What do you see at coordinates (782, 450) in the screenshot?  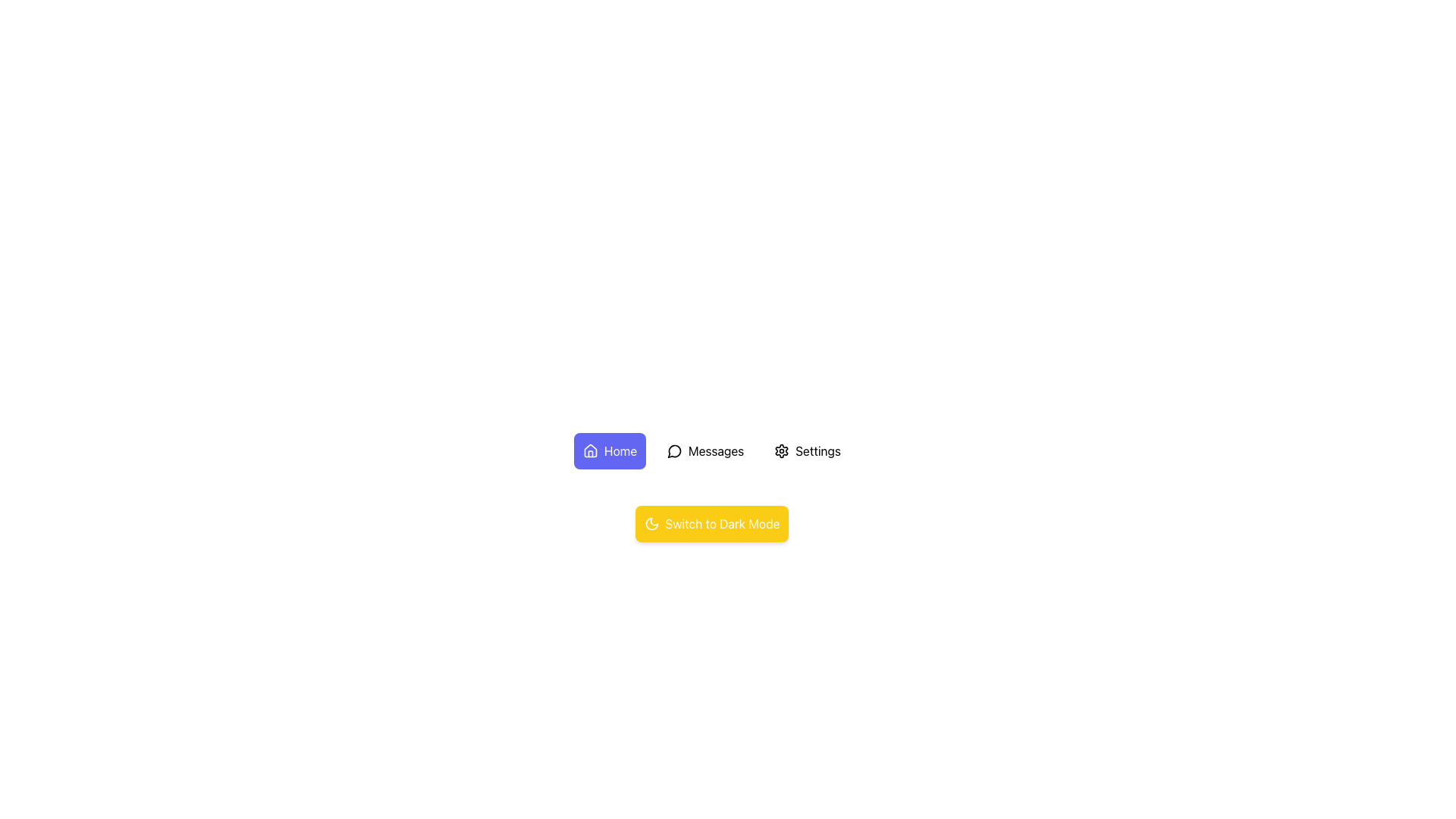 I see `the cogwheel-shaped icon on the 'Settings' button, which is the third button in a row, located to the left end of the button with a thin outline and gear-like appearance` at bounding box center [782, 450].